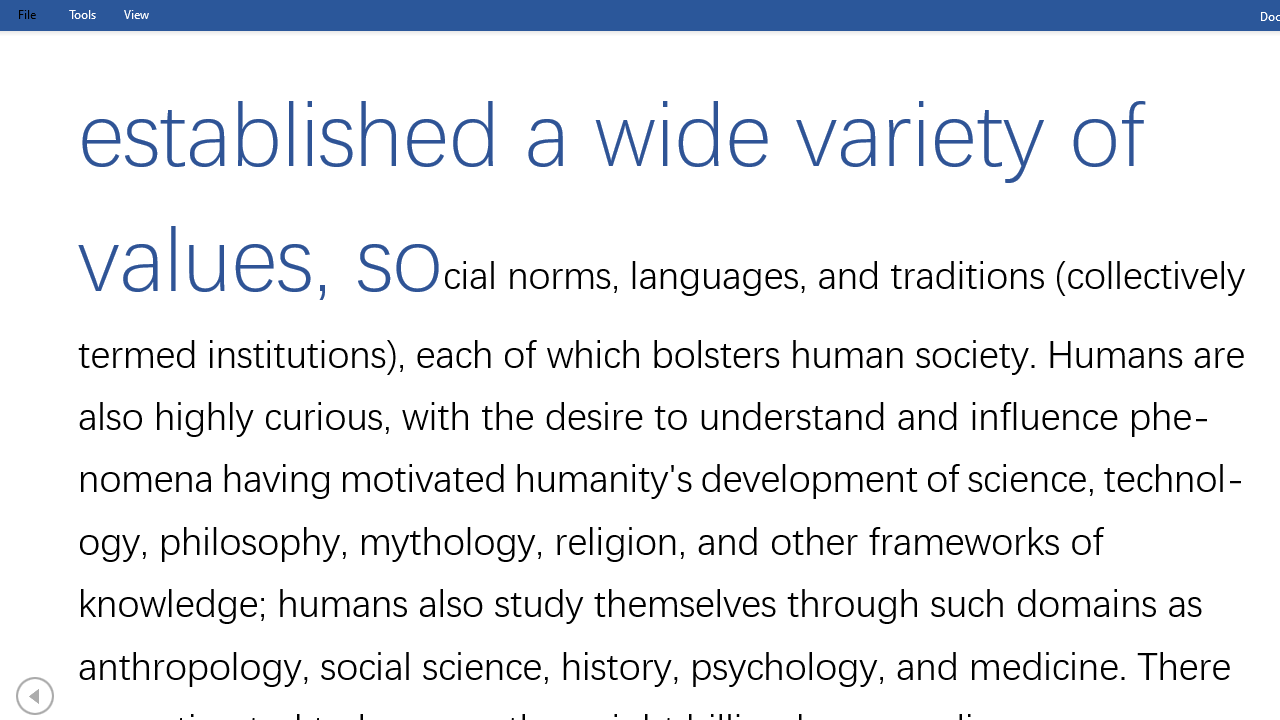  What do you see at coordinates (81, 14) in the screenshot?
I see `'Tools'` at bounding box center [81, 14].